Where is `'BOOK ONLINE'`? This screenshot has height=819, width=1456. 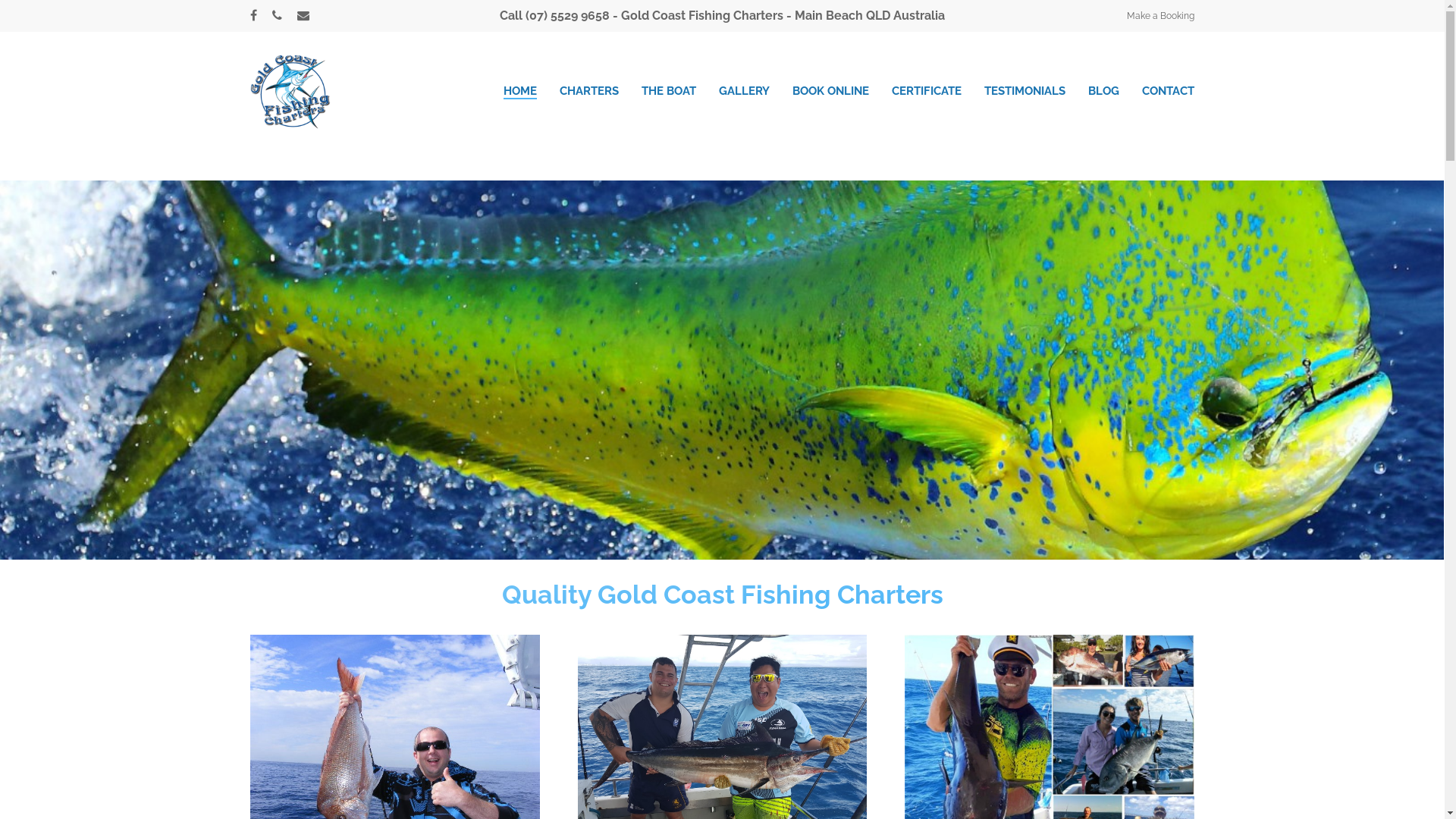
'BOOK ONLINE' is located at coordinates (792, 90).